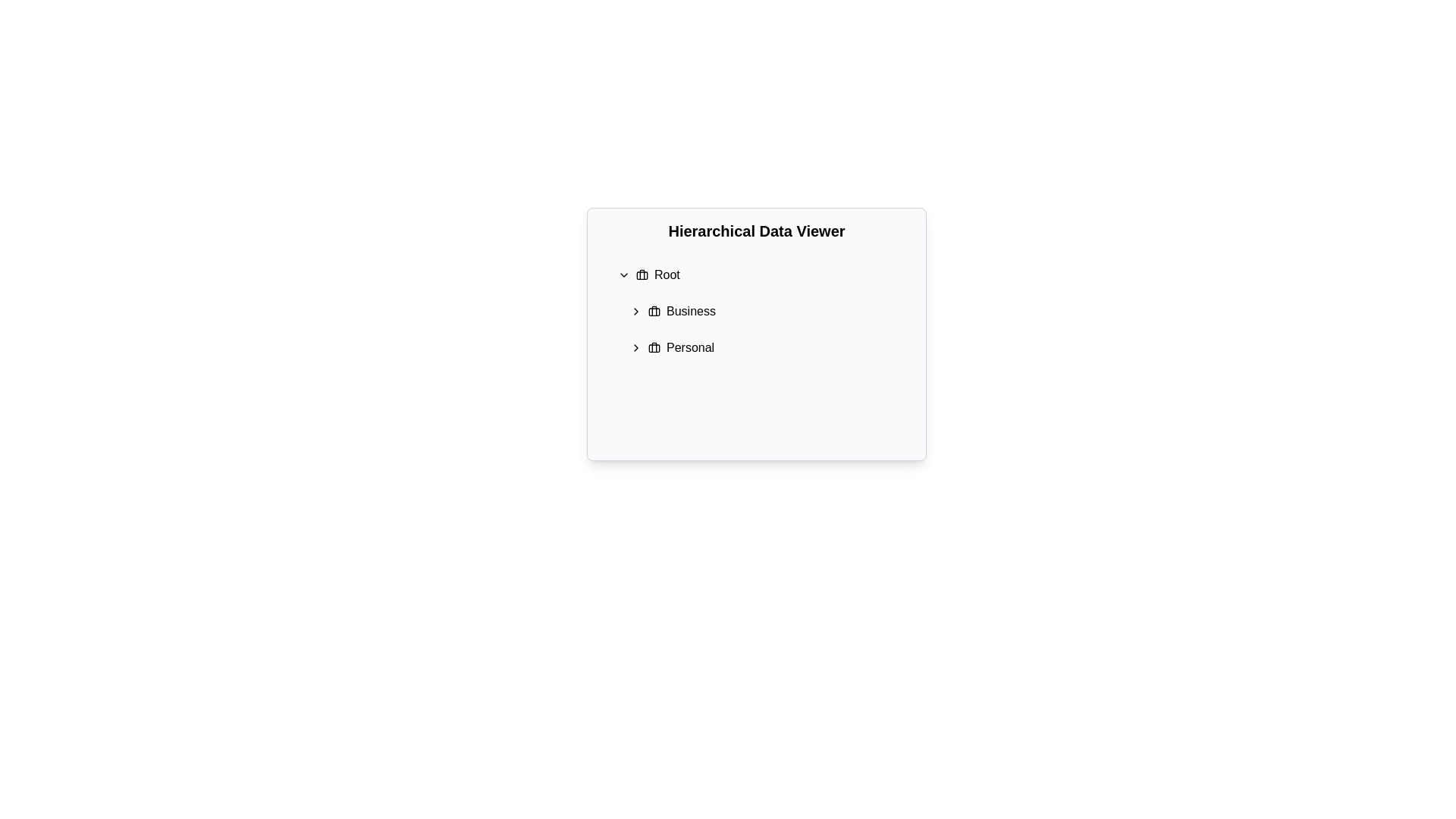 This screenshot has width=1456, height=819. Describe the element at coordinates (642, 275) in the screenshot. I see `the briefcase icon component located to the left of the 'Root' text item in the hierarchical tree structure` at that location.